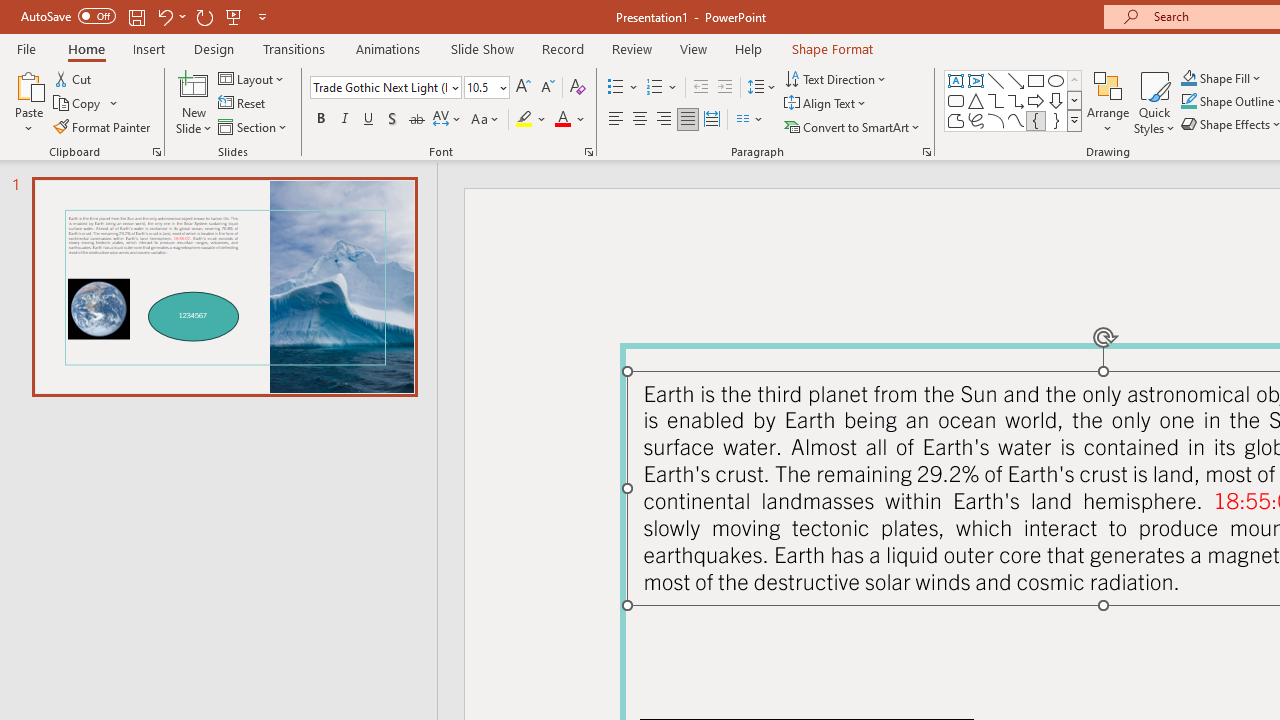 The width and height of the screenshot is (1280, 720). What do you see at coordinates (1073, 79) in the screenshot?
I see `'Row up'` at bounding box center [1073, 79].